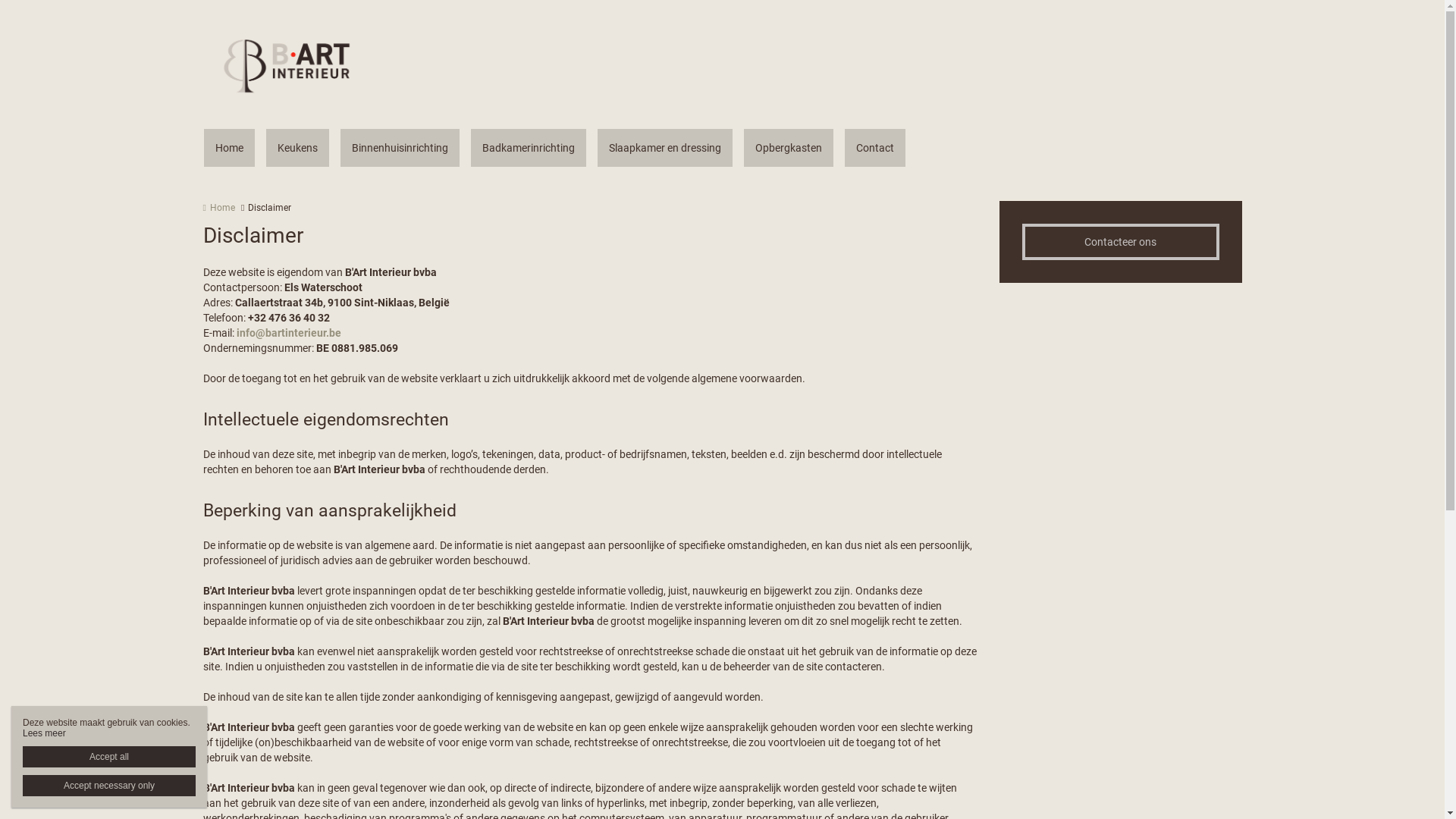  Describe the element at coordinates (309, 63) in the screenshot. I see `'Home | Bart Interieur'` at that location.